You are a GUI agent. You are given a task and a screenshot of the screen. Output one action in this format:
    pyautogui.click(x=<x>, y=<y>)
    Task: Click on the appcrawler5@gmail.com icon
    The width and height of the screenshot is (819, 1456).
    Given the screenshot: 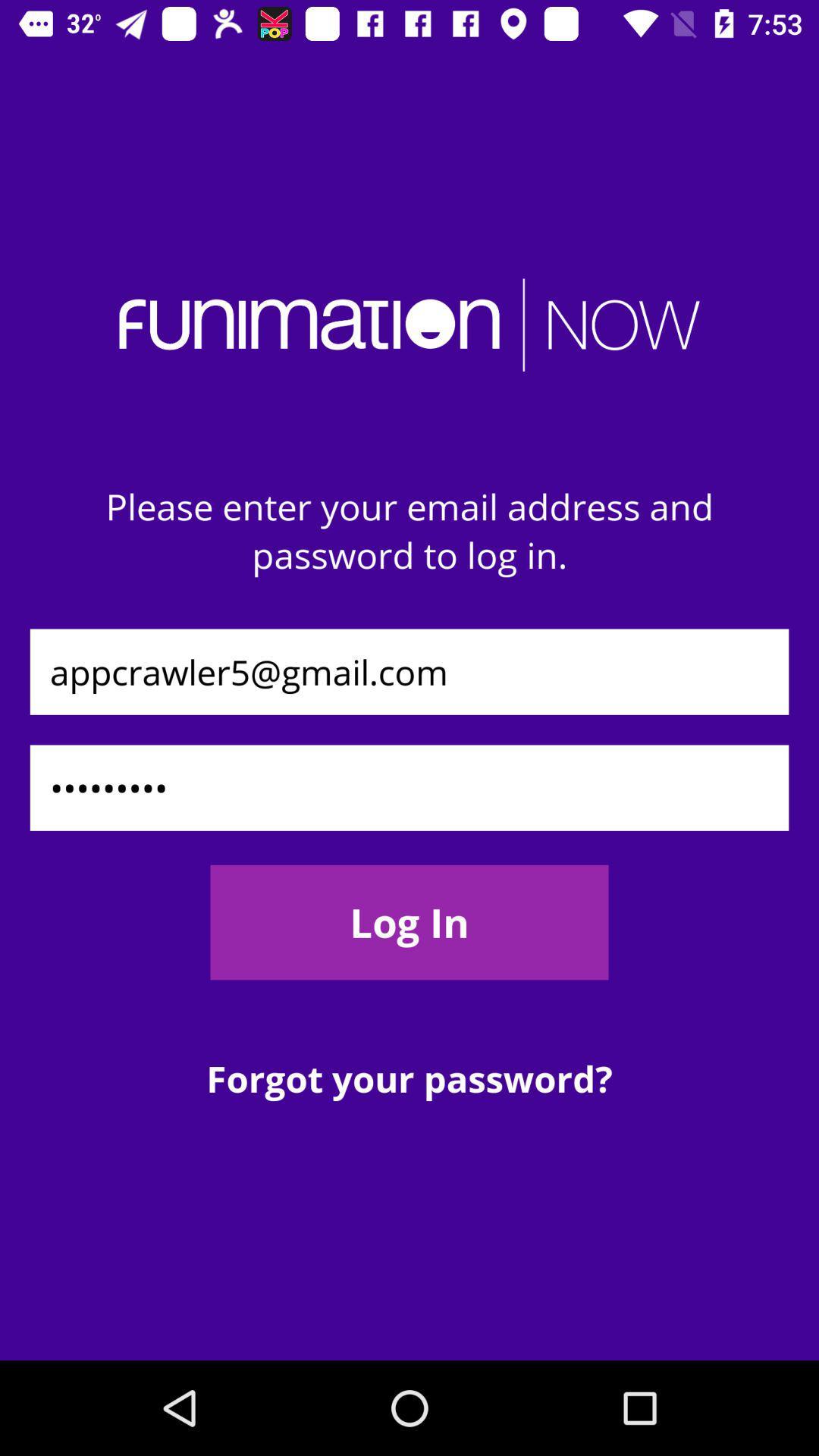 What is the action you would take?
    pyautogui.click(x=409, y=671)
    